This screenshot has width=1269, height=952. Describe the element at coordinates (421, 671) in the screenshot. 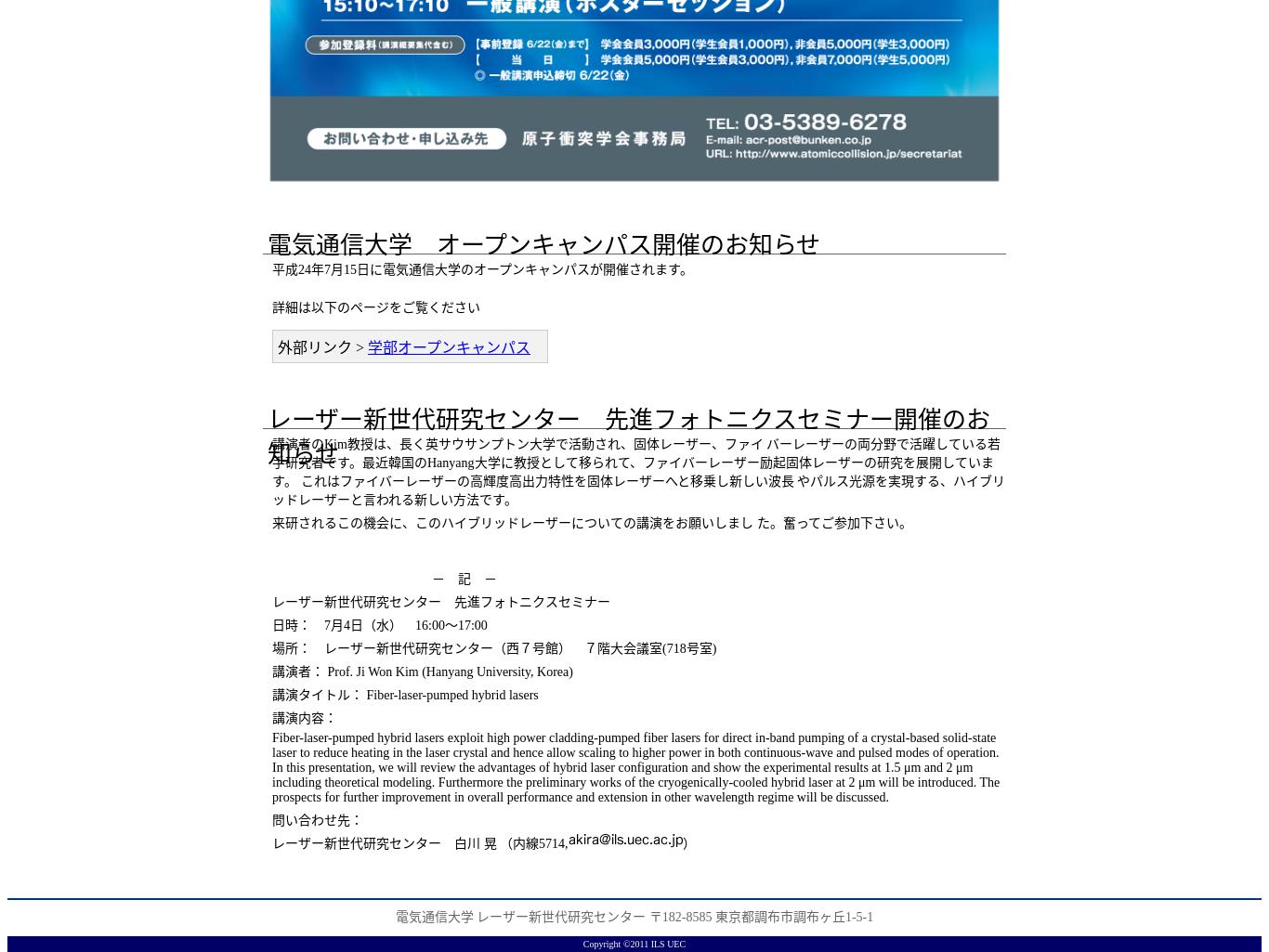

I see `'講演者：  Prof. Ji Won Kim (Hanyang University, Korea)'` at that location.